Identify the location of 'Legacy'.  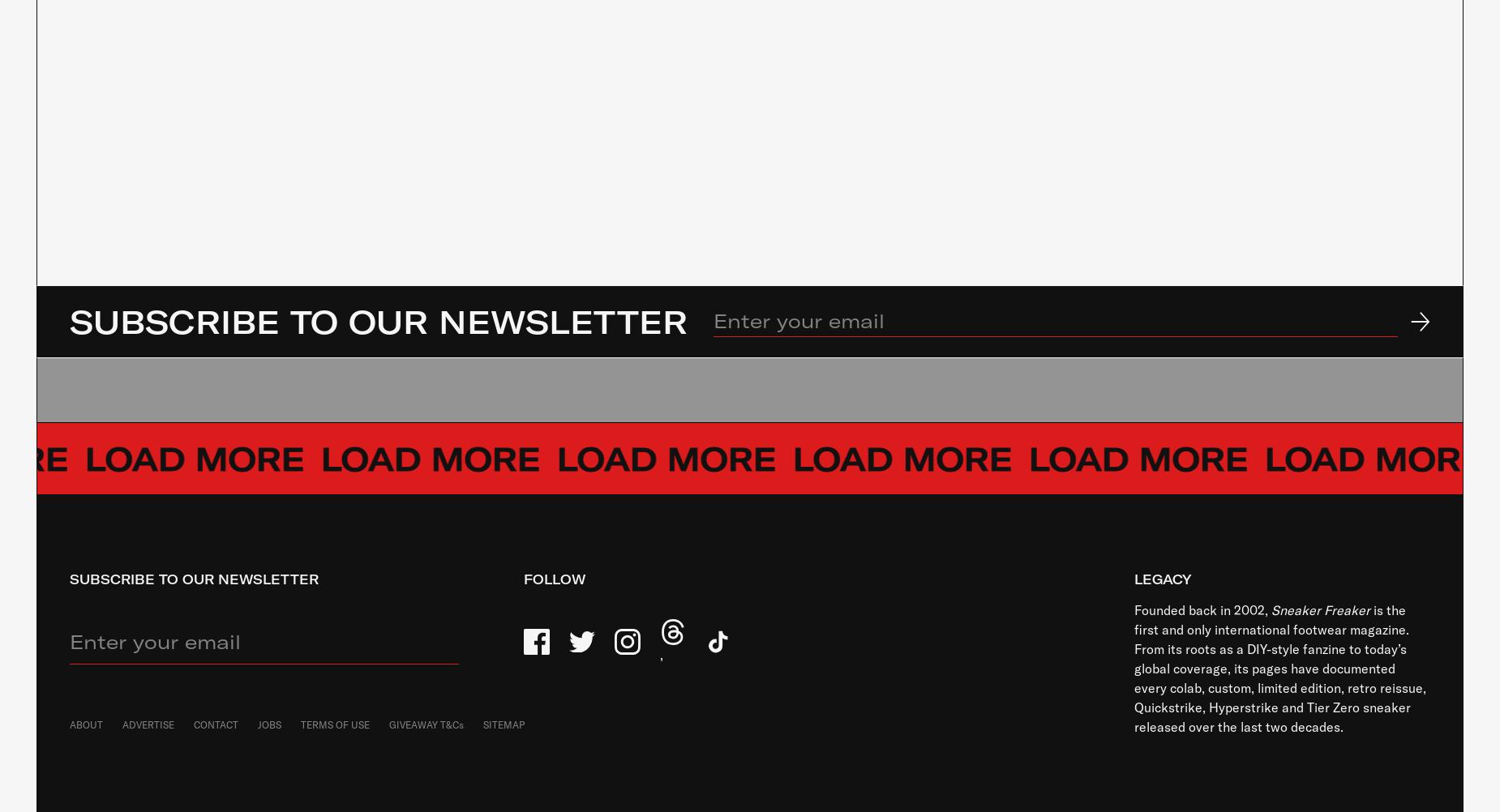
(1162, 579).